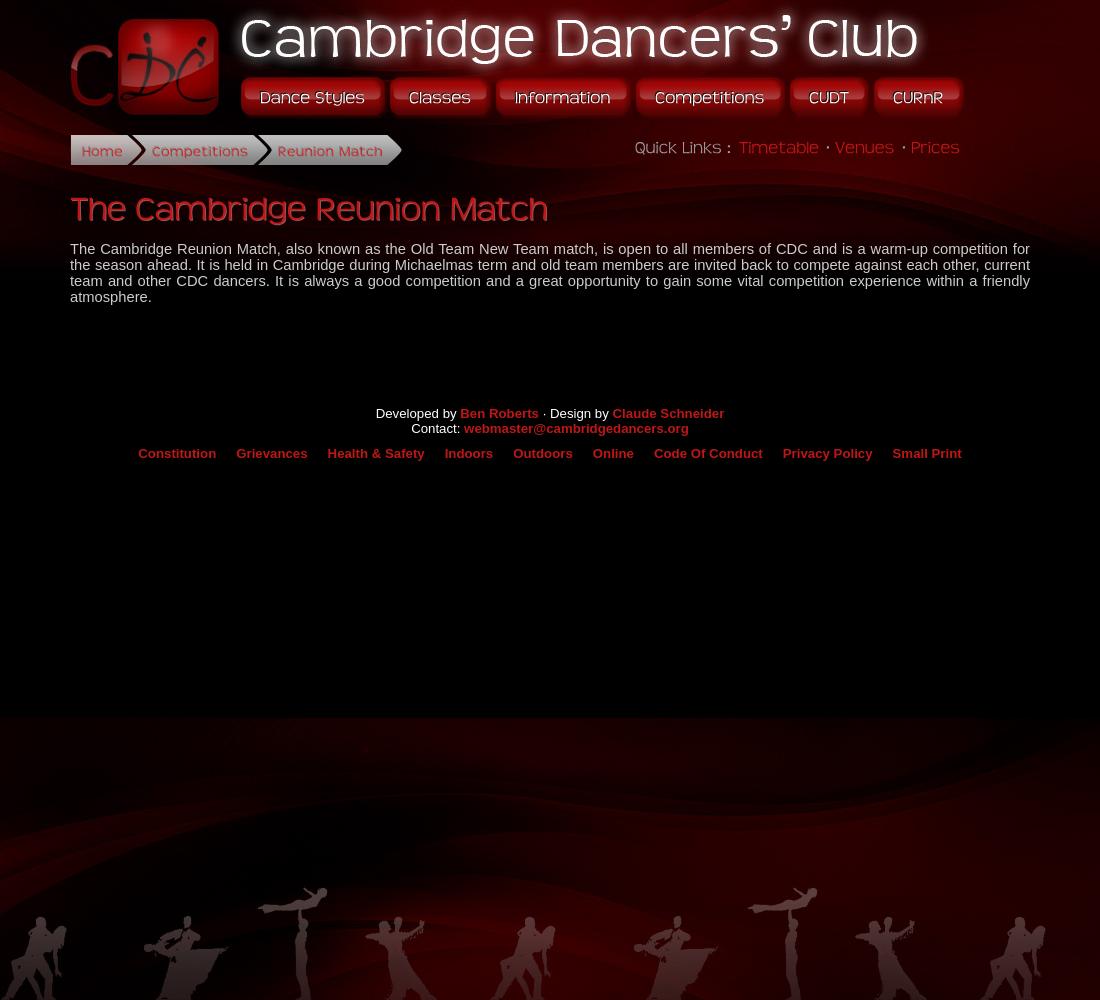 This screenshot has width=1100, height=1000. Describe the element at coordinates (574, 427) in the screenshot. I see `'webmaster@cambridgedancers.org'` at that location.